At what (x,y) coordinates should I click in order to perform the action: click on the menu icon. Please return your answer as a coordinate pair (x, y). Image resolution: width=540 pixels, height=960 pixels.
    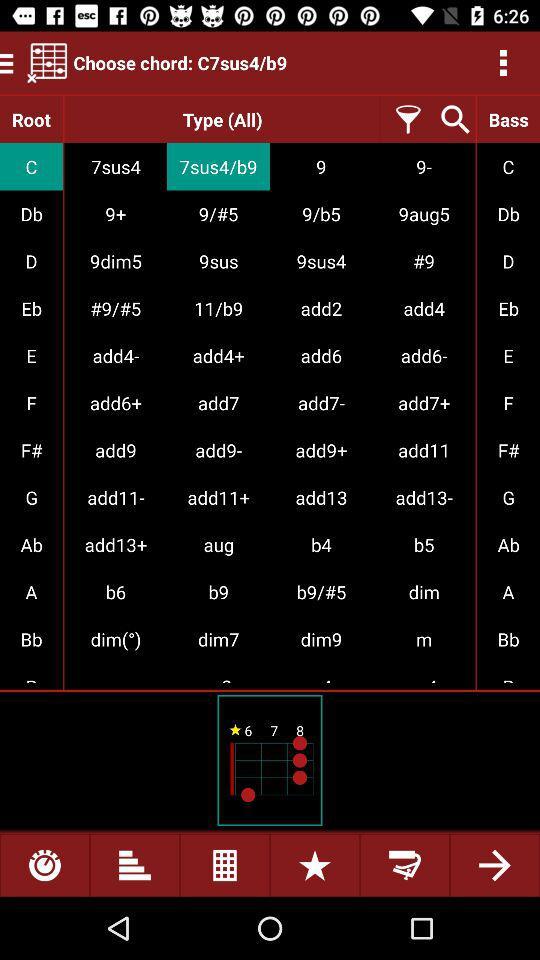
    Looking at the image, I should click on (9, 62).